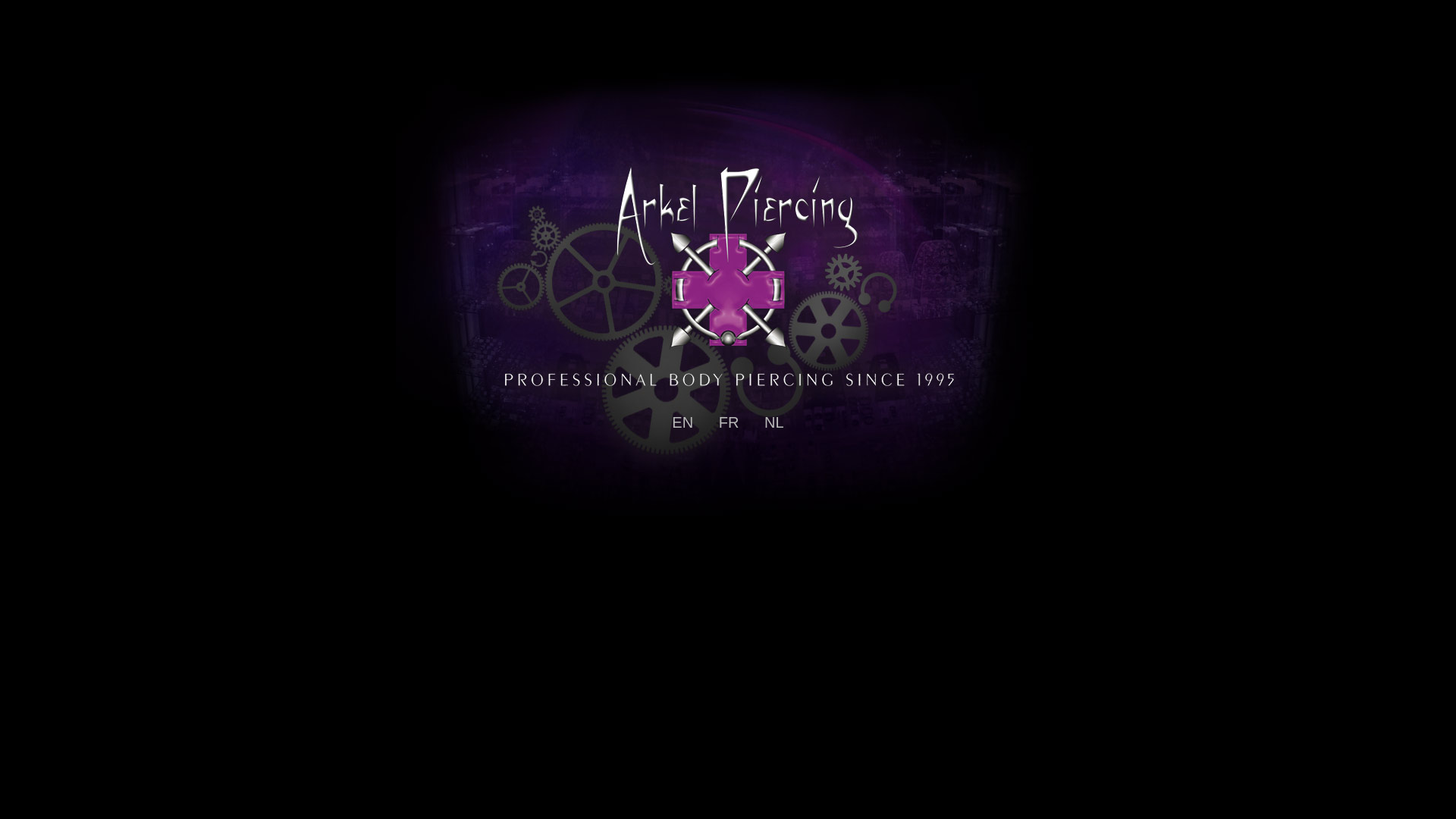 This screenshot has height=819, width=1456. Describe the element at coordinates (764, 422) in the screenshot. I see `'NL'` at that location.